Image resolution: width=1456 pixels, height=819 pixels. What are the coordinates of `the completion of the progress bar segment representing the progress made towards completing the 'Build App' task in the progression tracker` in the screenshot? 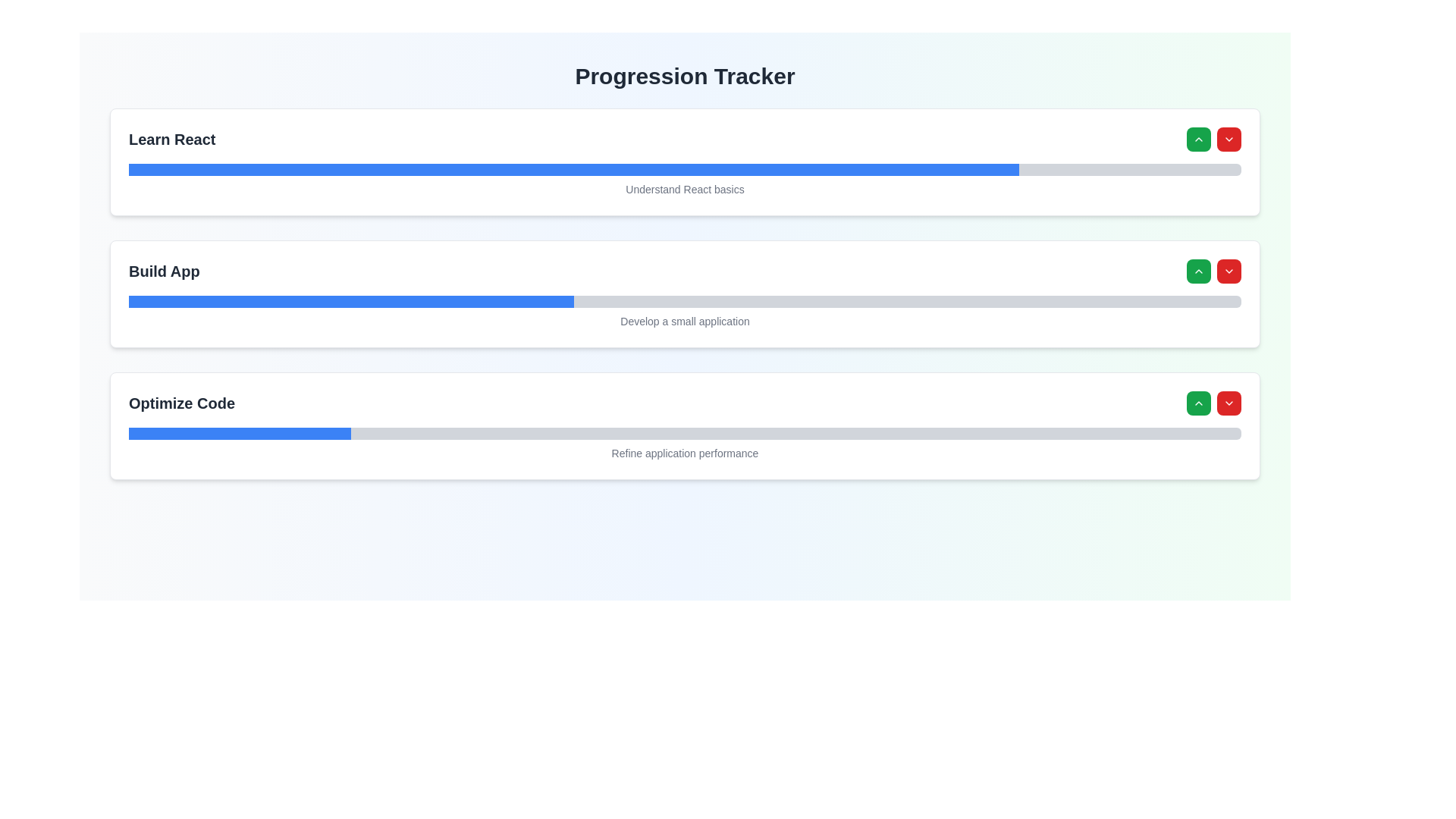 It's located at (350, 301).